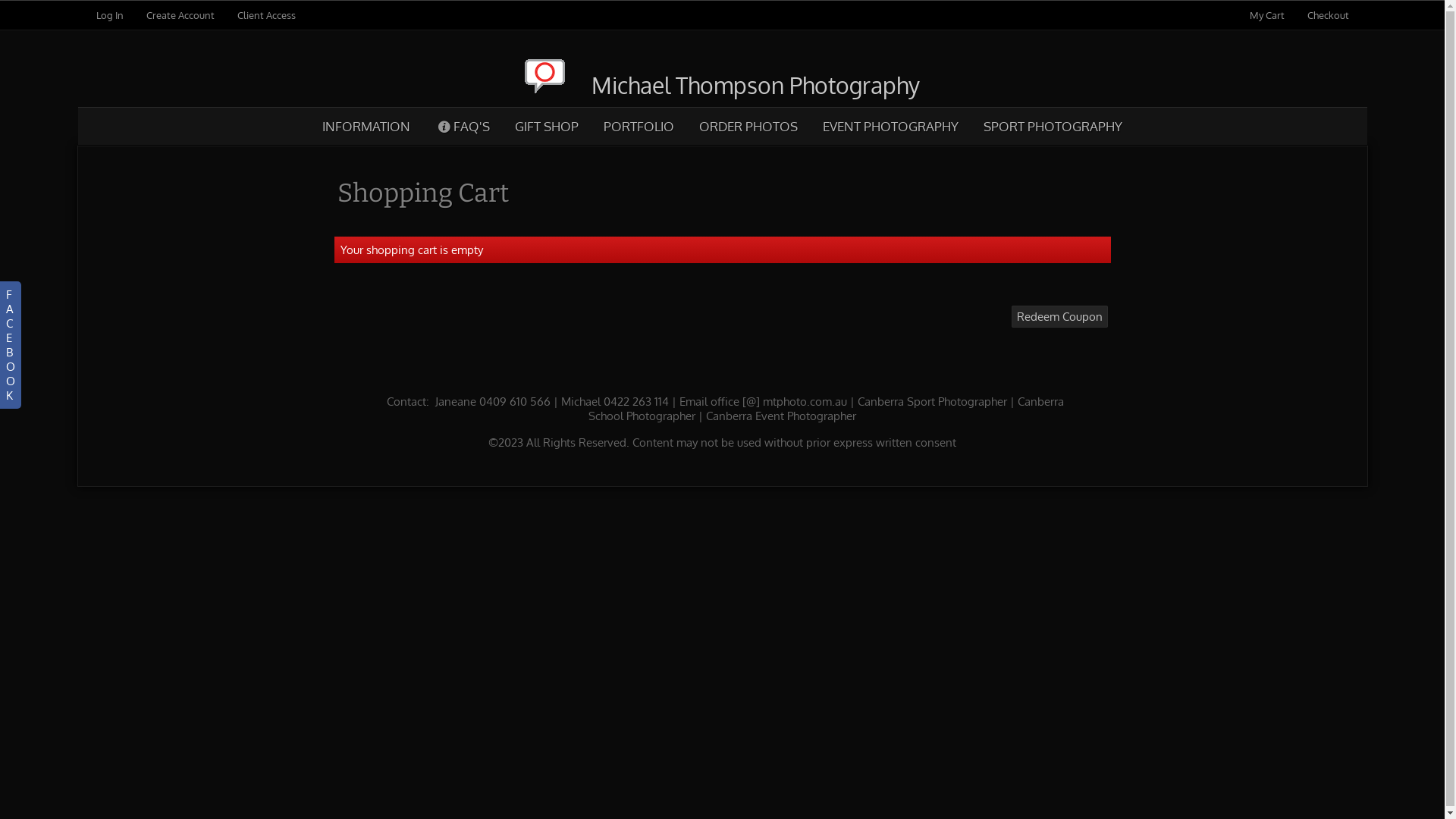 Image resolution: width=1456 pixels, height=819 pixels. I want to click on 'Create Account', so click(179, 14).